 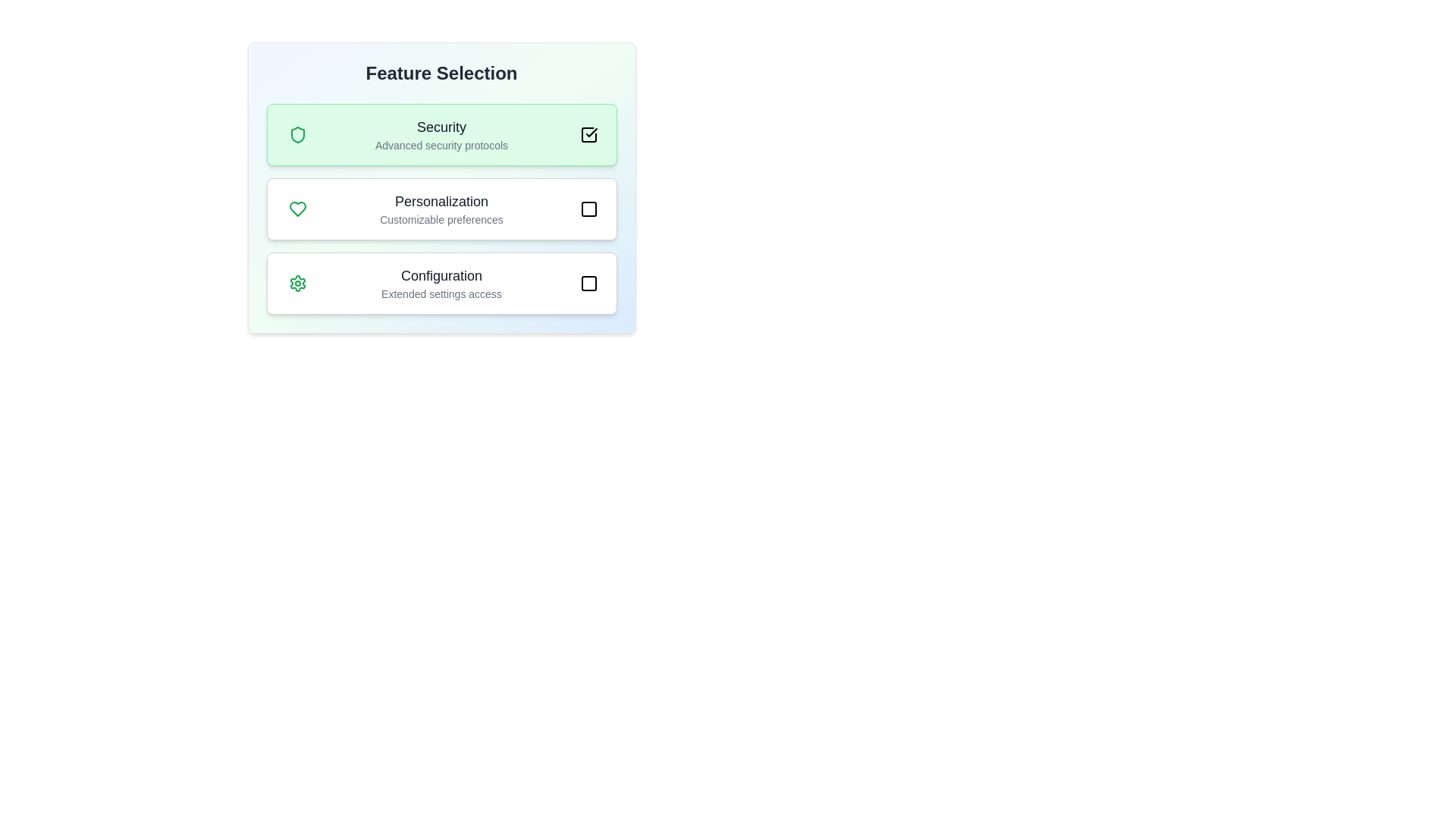 I want to click on the small circular button with a square icon located to the right of the 'Configuration' option, so click(x=588, y=284).